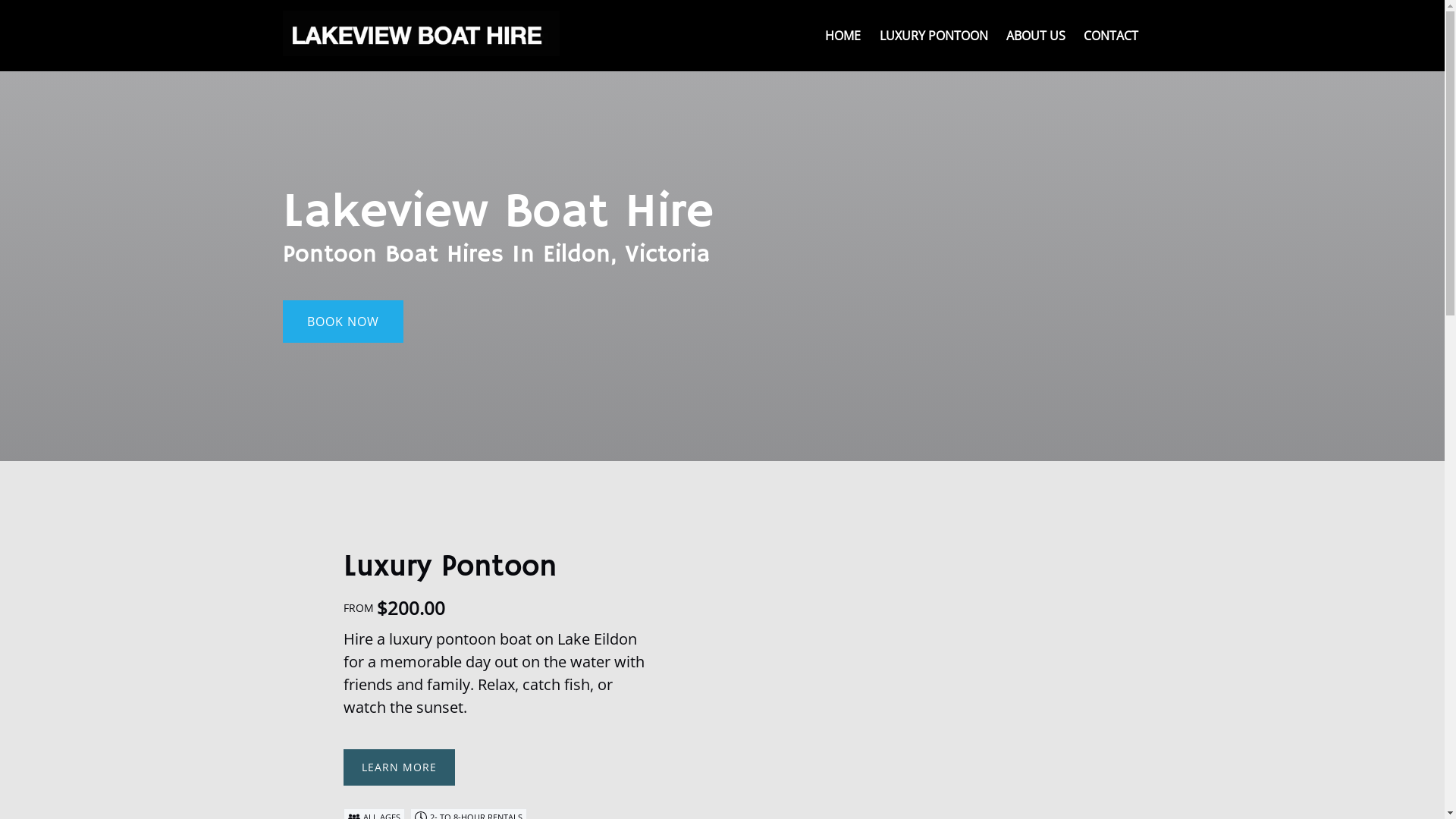 This screenshot has width=1456, height=819. What do you see at coordinates (46, 17) in the screenshot?
I see `'Skip to footer'` at bounding box center [46, 17].